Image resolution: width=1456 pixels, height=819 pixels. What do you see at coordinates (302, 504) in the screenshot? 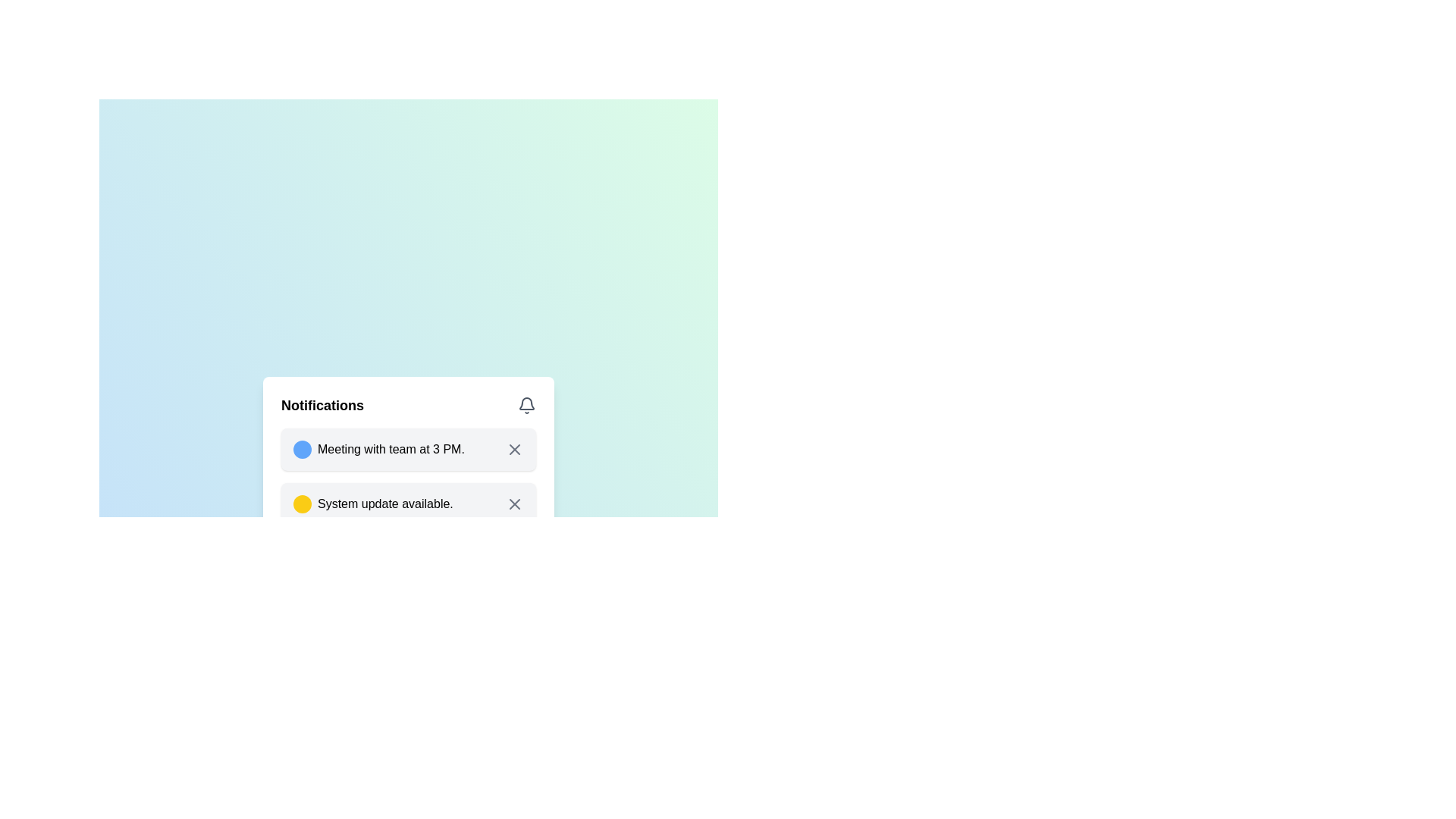
I see `the bright yellow circular icon located within the notification card, positioned to the left of the text 'System update available.'` at bounding box center [302, 504].